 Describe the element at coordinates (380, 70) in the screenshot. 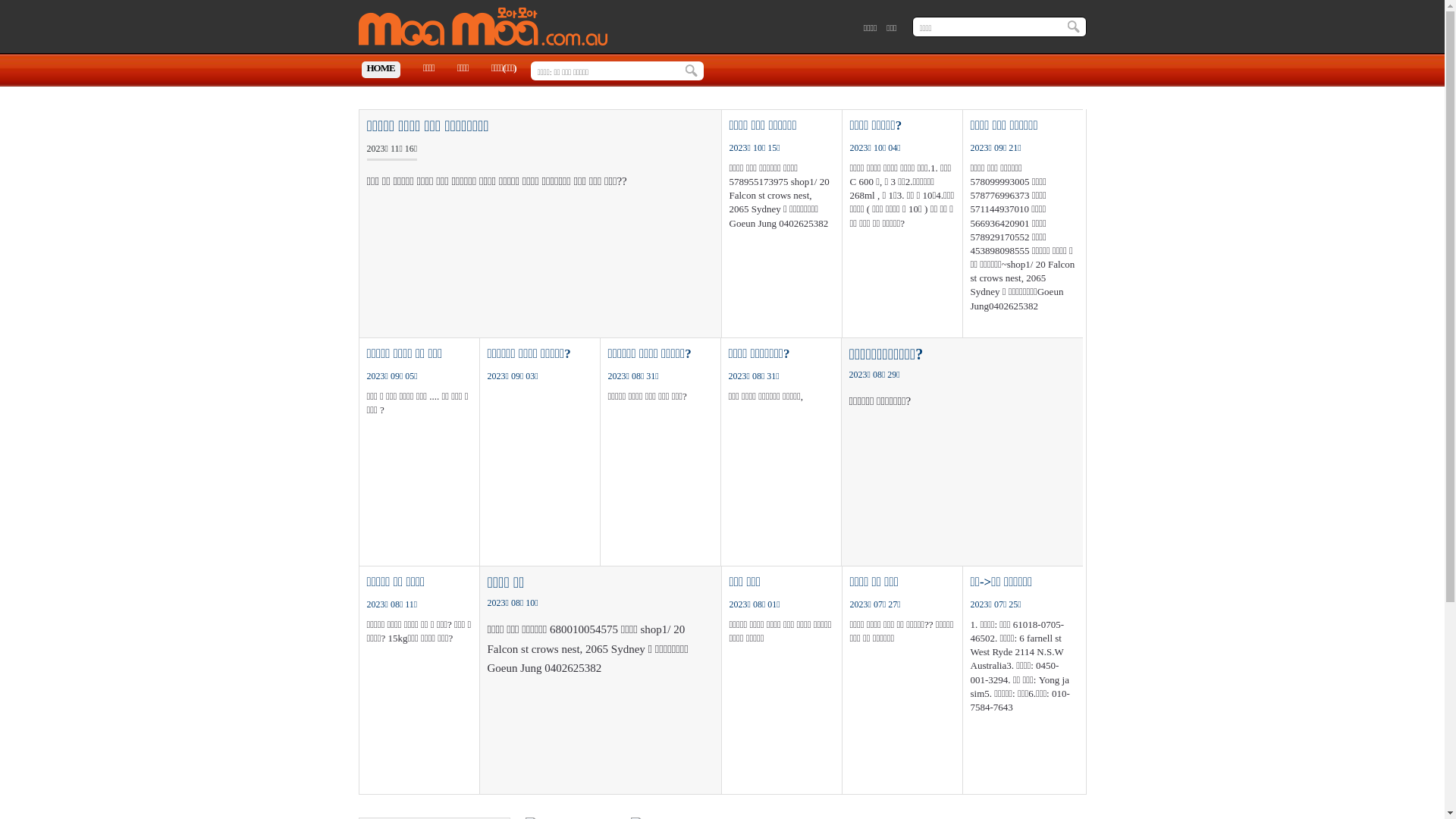

I see `'HOME'` at that location.